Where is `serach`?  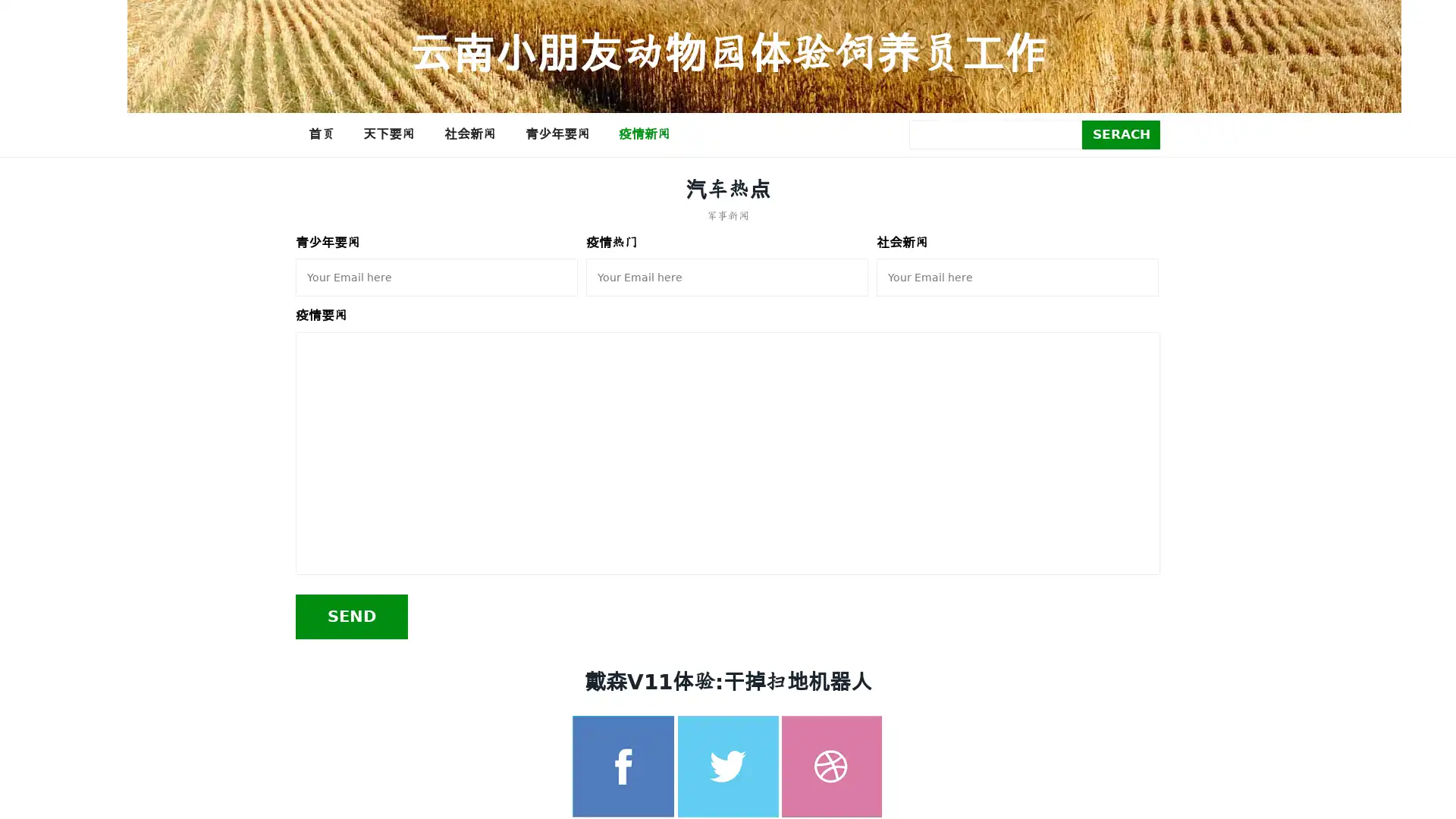 serach is located at coordinates (1121, 133).